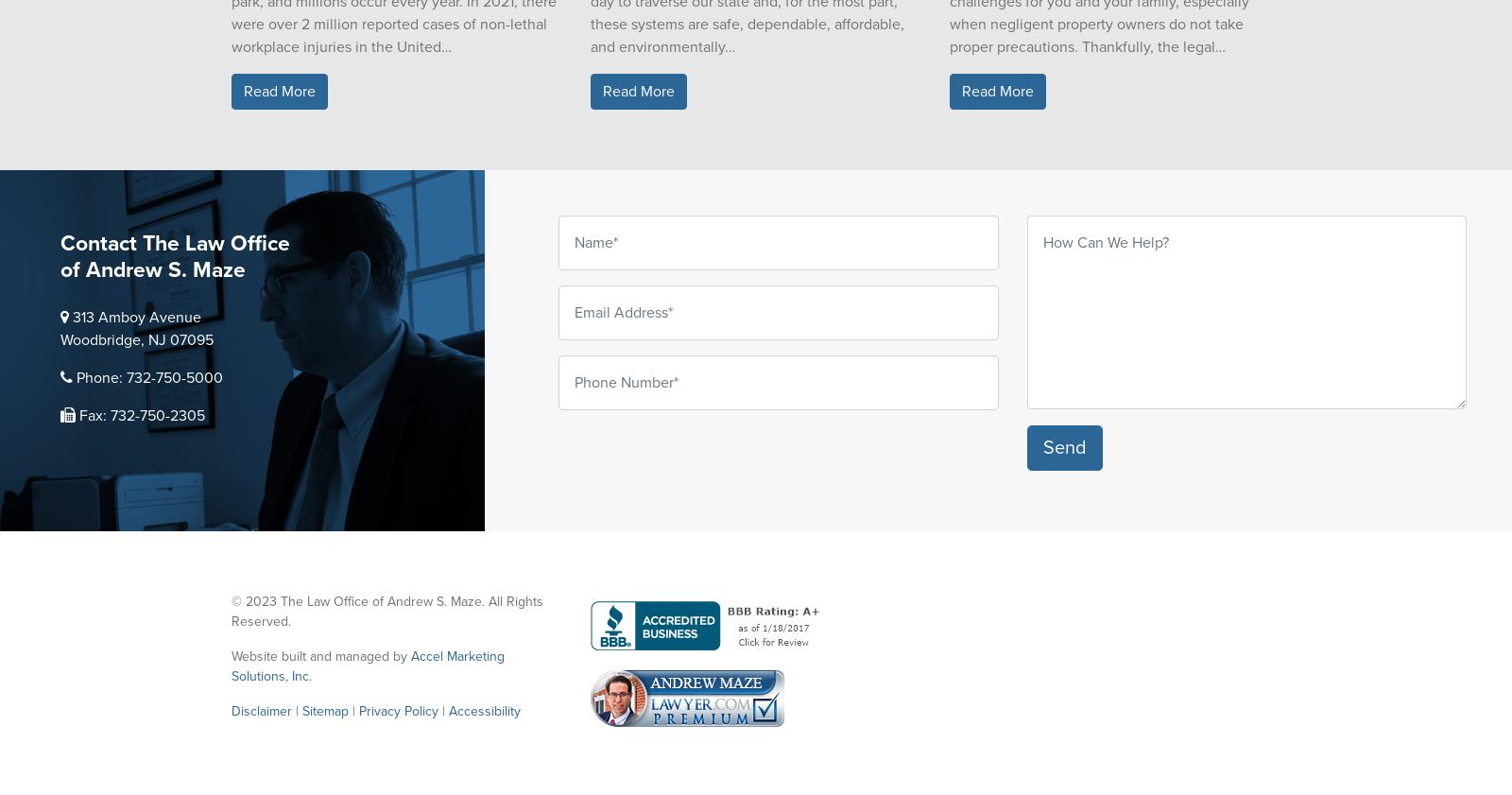 The image size is (1512, 795). I want to click on 'Disclaimer', so click(261, 711).